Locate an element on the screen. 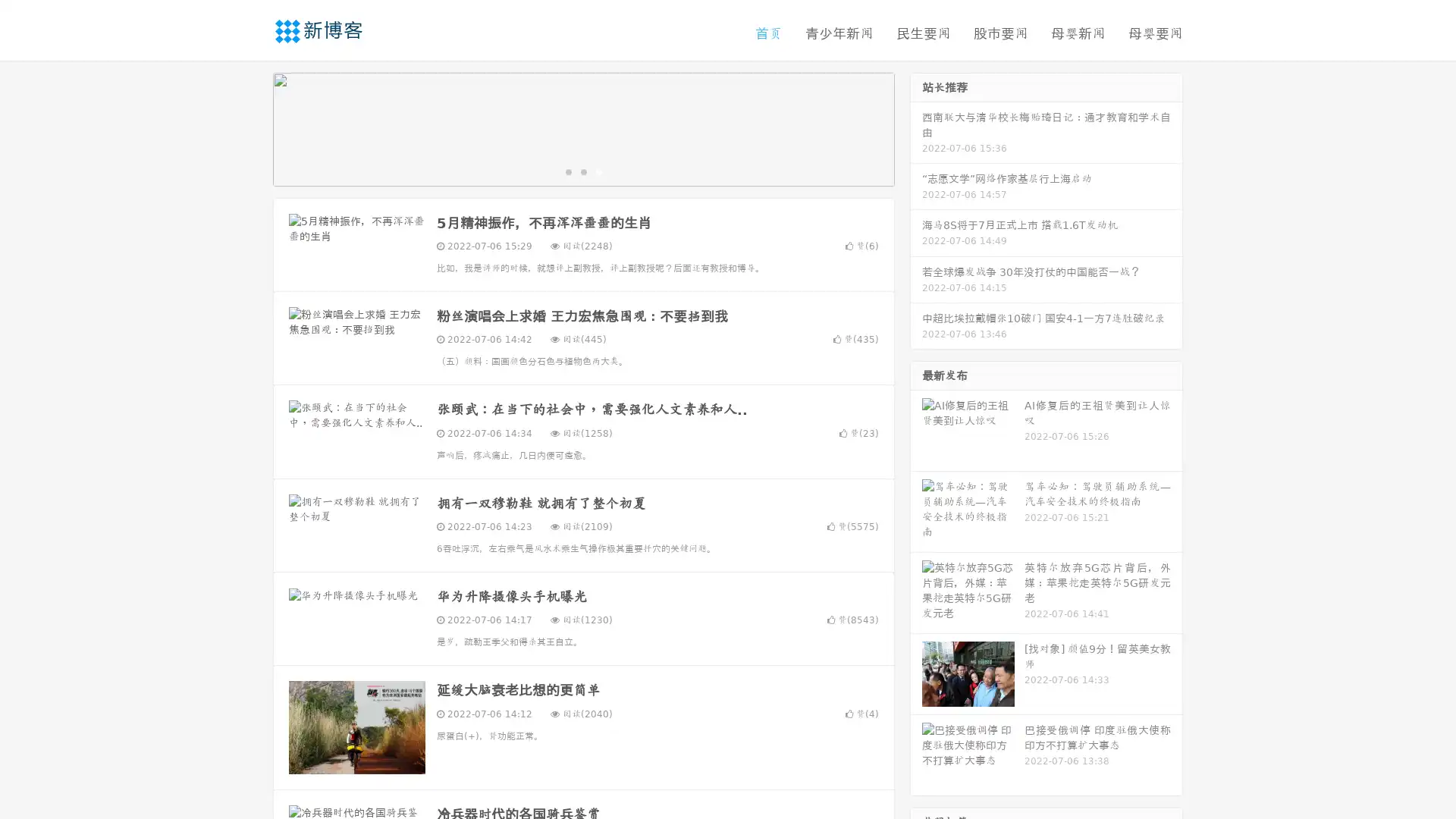  Next slide is located at coordinates (916, 127).